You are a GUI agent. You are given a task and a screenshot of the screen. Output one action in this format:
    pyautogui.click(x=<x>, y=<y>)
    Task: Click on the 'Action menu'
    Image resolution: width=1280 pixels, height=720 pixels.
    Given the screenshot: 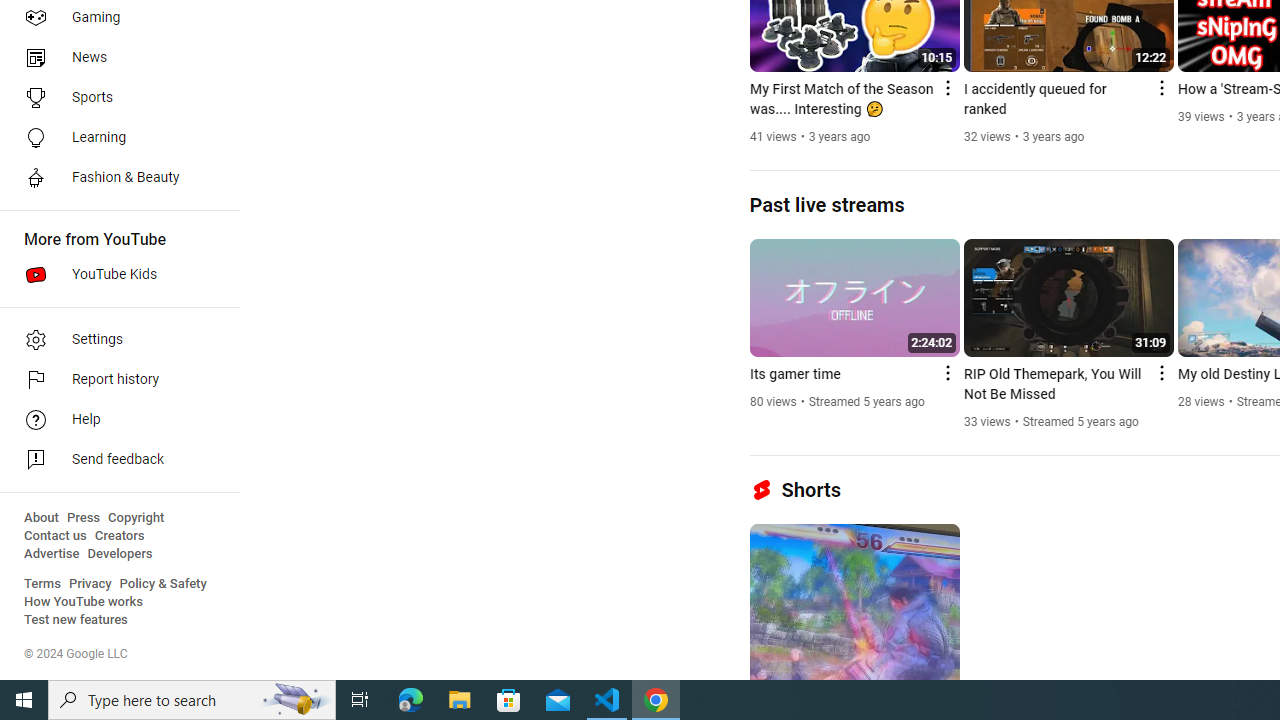 What is the action you would take?
    pyautogui.click(x=1160, y=372)
    